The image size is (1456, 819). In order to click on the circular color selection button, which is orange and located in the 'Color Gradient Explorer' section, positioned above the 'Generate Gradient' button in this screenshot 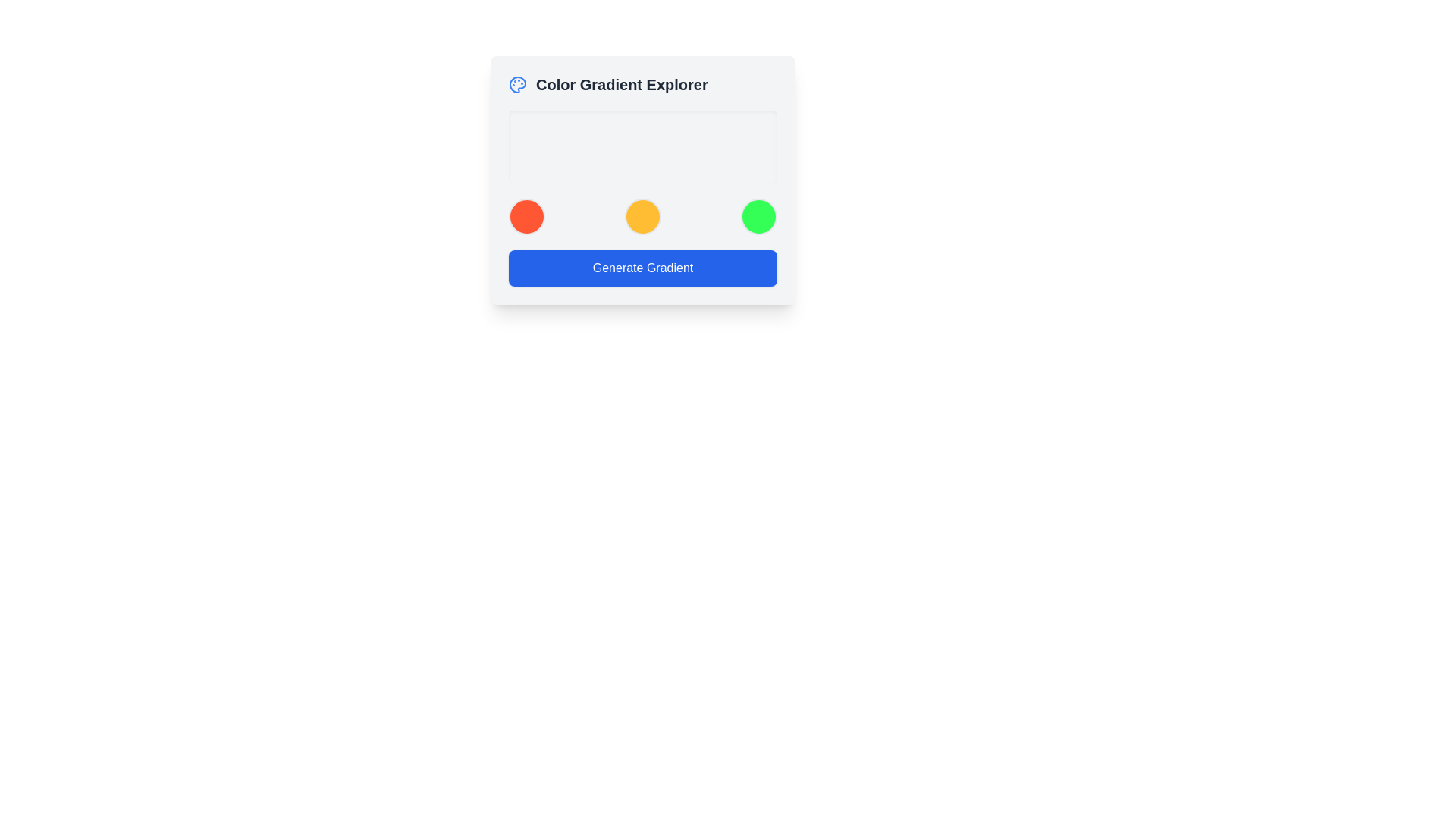, I will do `click(643, 216)`.